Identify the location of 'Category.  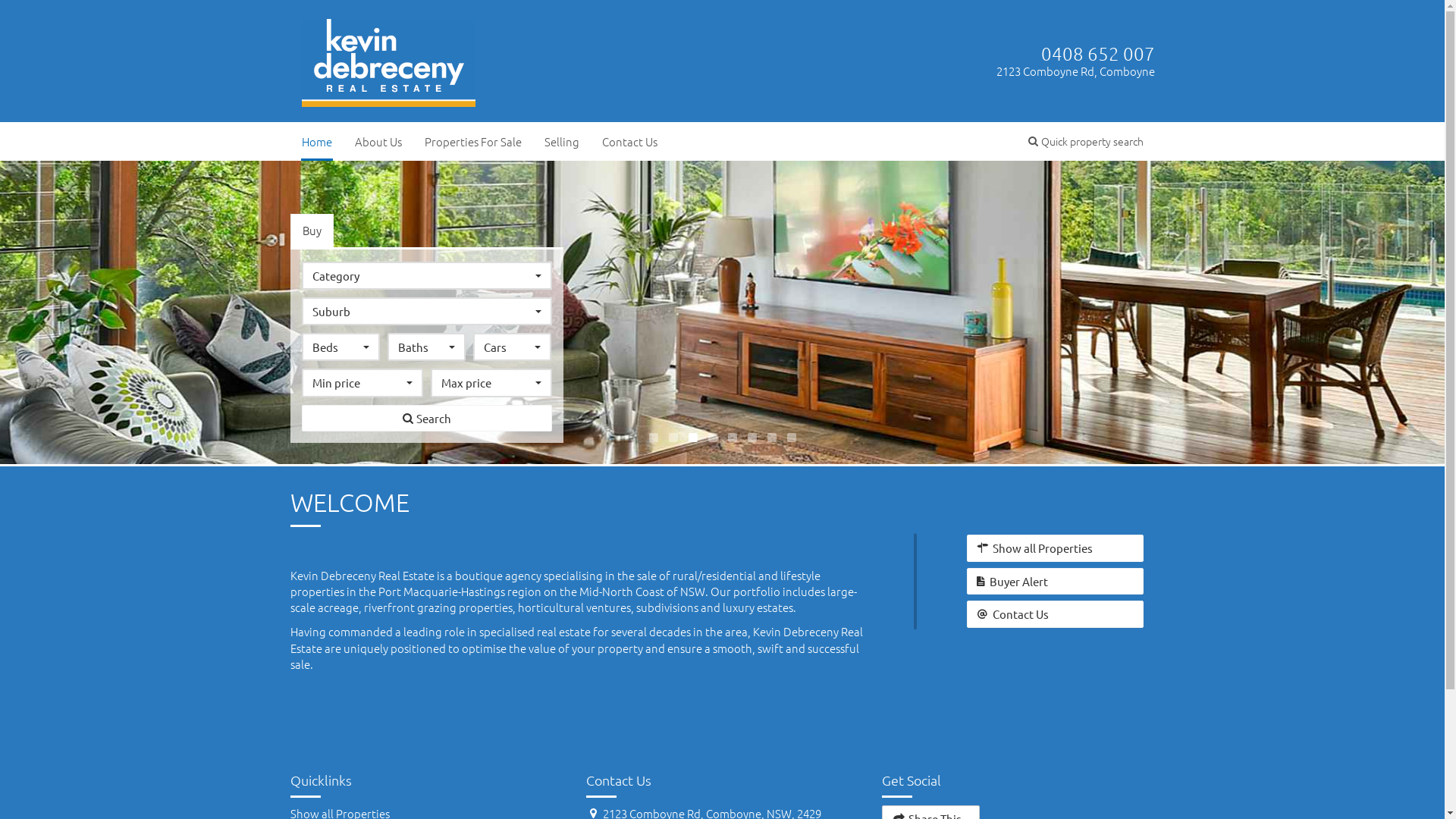
(302, 275).